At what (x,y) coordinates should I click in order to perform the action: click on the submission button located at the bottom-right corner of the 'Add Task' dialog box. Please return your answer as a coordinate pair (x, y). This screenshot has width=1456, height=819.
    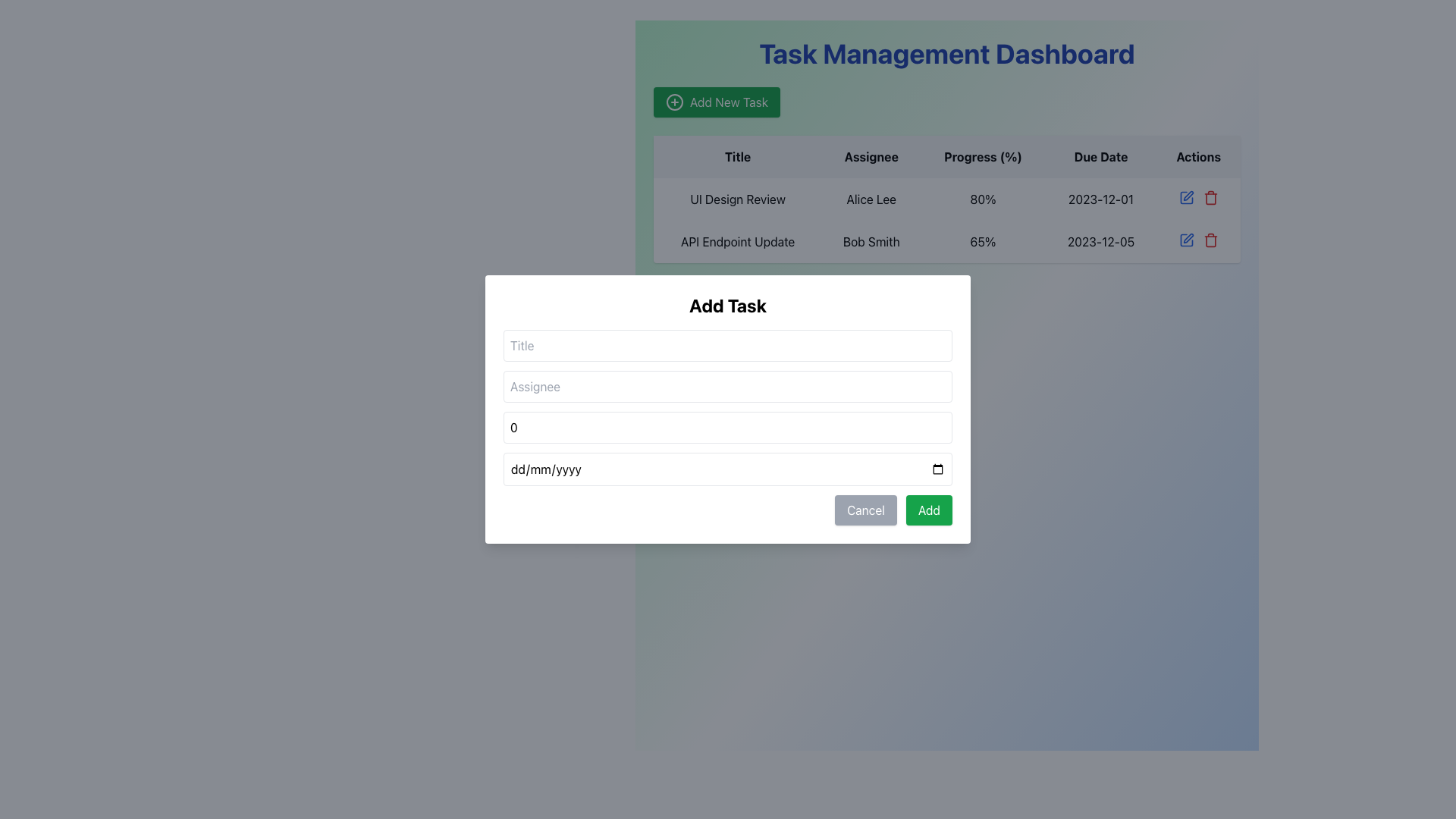
    Looking at the image, I should click on (928, 510).